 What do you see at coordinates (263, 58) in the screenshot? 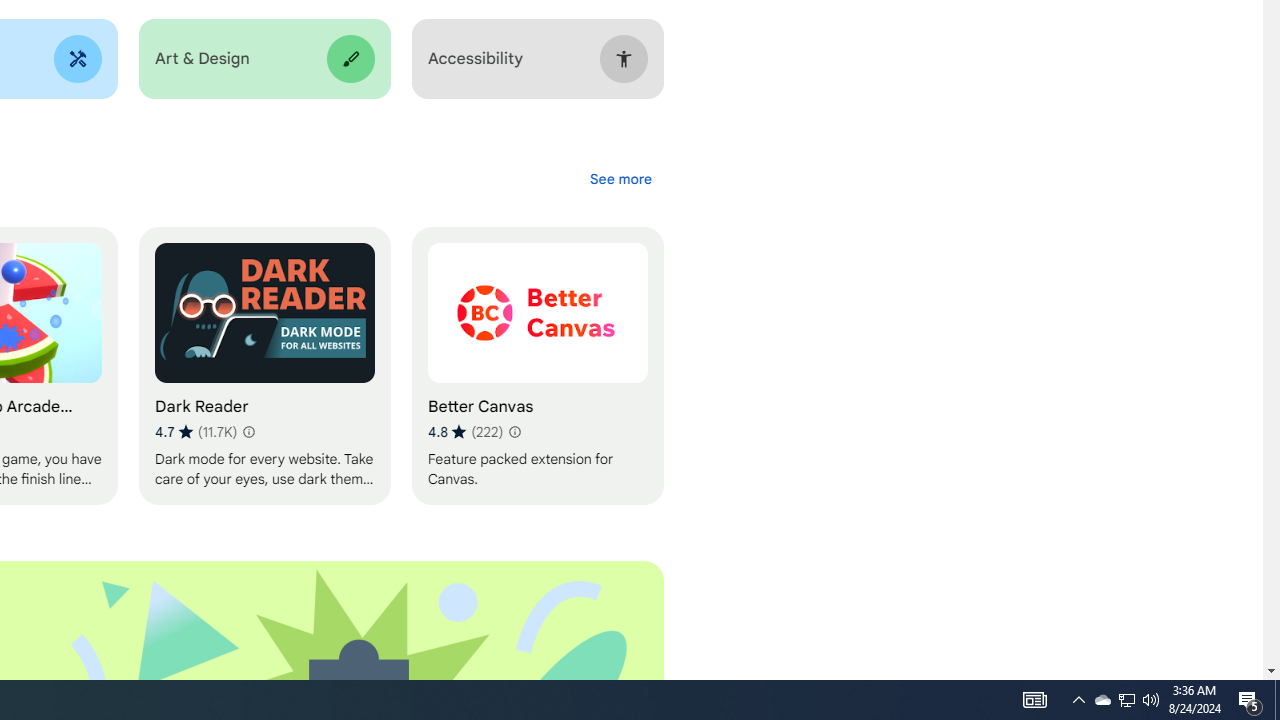
I see `'Art & Design'` at bounding box center [263, 58].